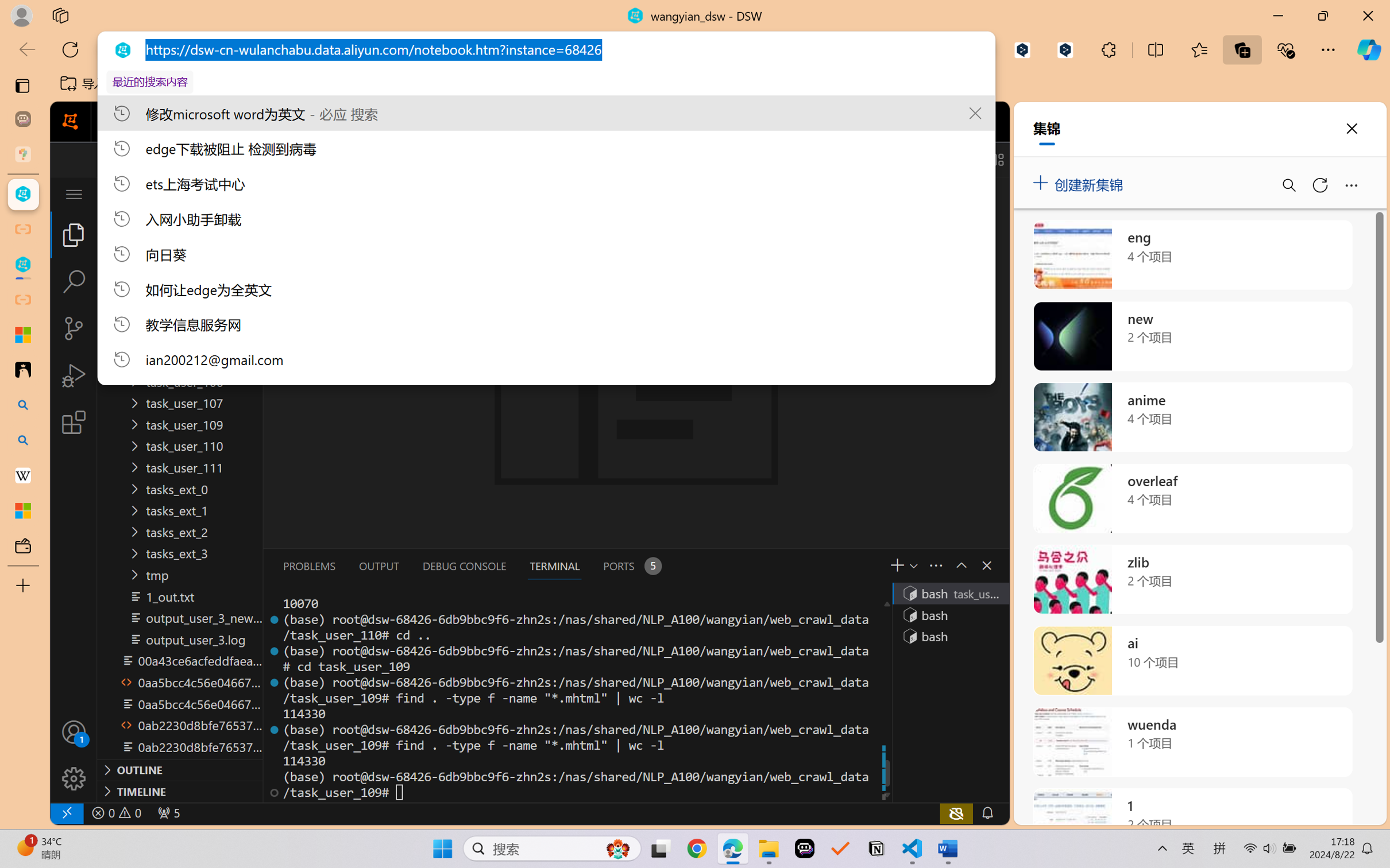 The height and width of the screenshot is (868, 1390). Describe the element at coordinates (73, 193) in the screenshot. I see `'Class: menubar compact overflow-menu-only inactive'` at that location.